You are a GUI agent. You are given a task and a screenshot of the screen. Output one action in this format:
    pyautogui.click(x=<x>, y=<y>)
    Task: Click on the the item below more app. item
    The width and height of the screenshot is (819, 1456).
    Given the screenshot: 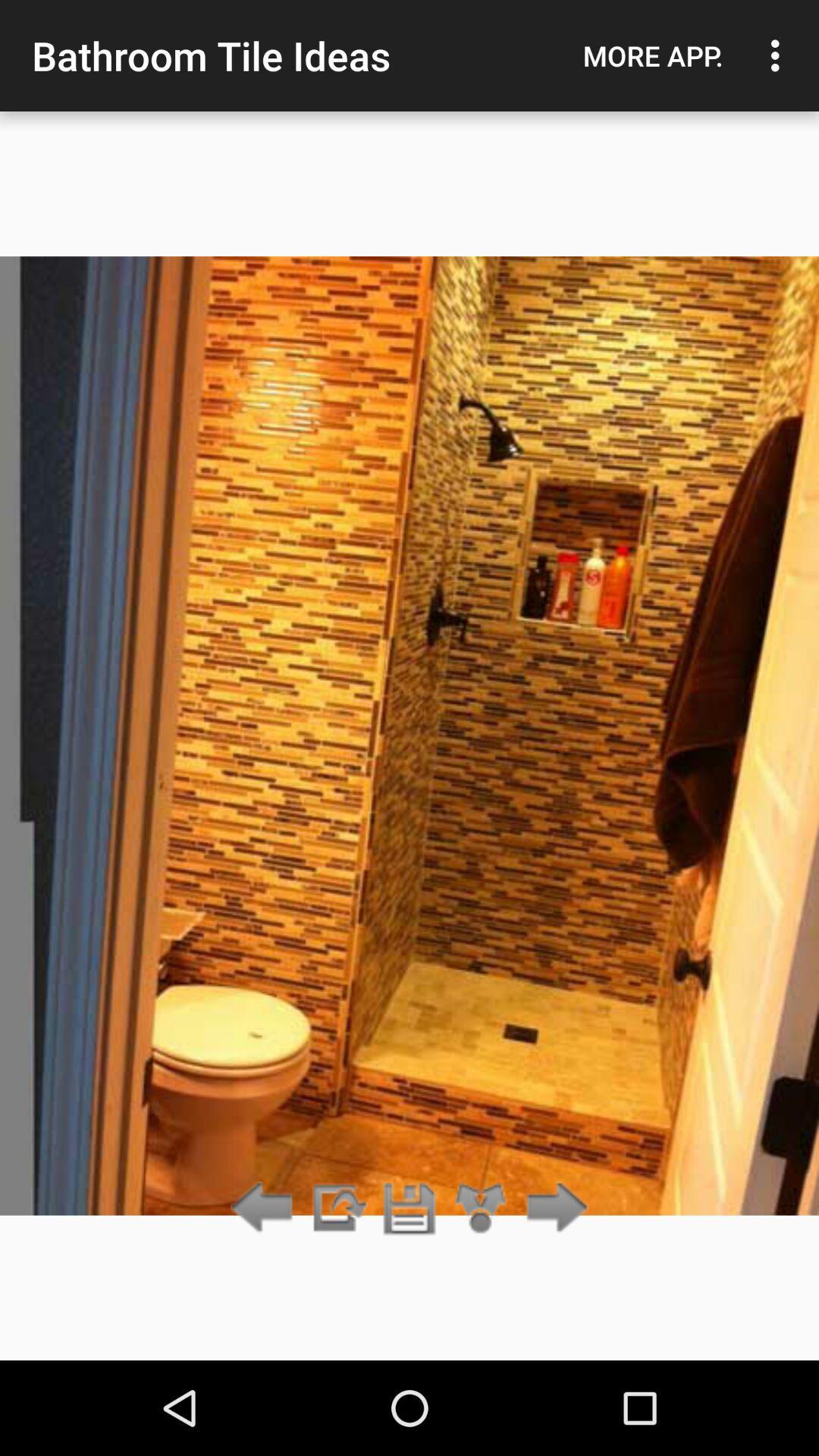 What is the action you would take?
    pyautogui.click(x=553, y=1208)
    